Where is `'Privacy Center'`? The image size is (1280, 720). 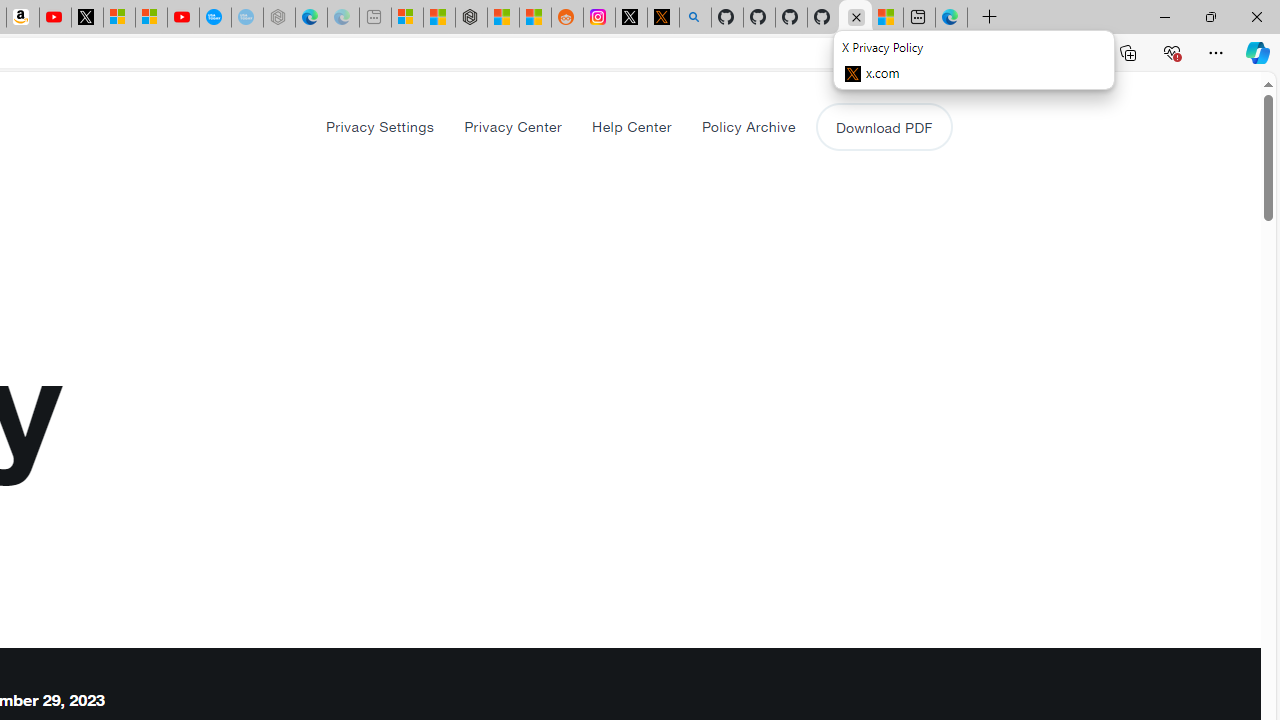
'Privacy Center' is located at coordinates (513, 126).